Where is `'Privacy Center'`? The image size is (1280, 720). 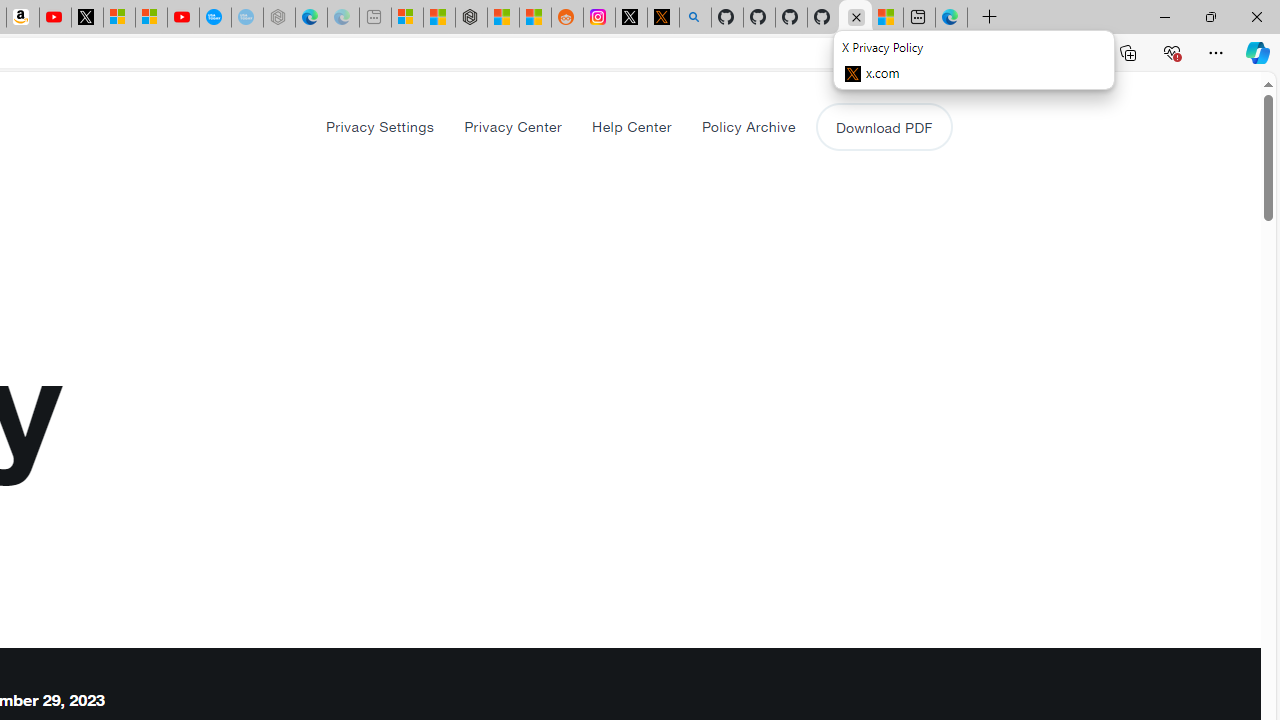
'Privacy Center' is located at coordinates (513, 126).